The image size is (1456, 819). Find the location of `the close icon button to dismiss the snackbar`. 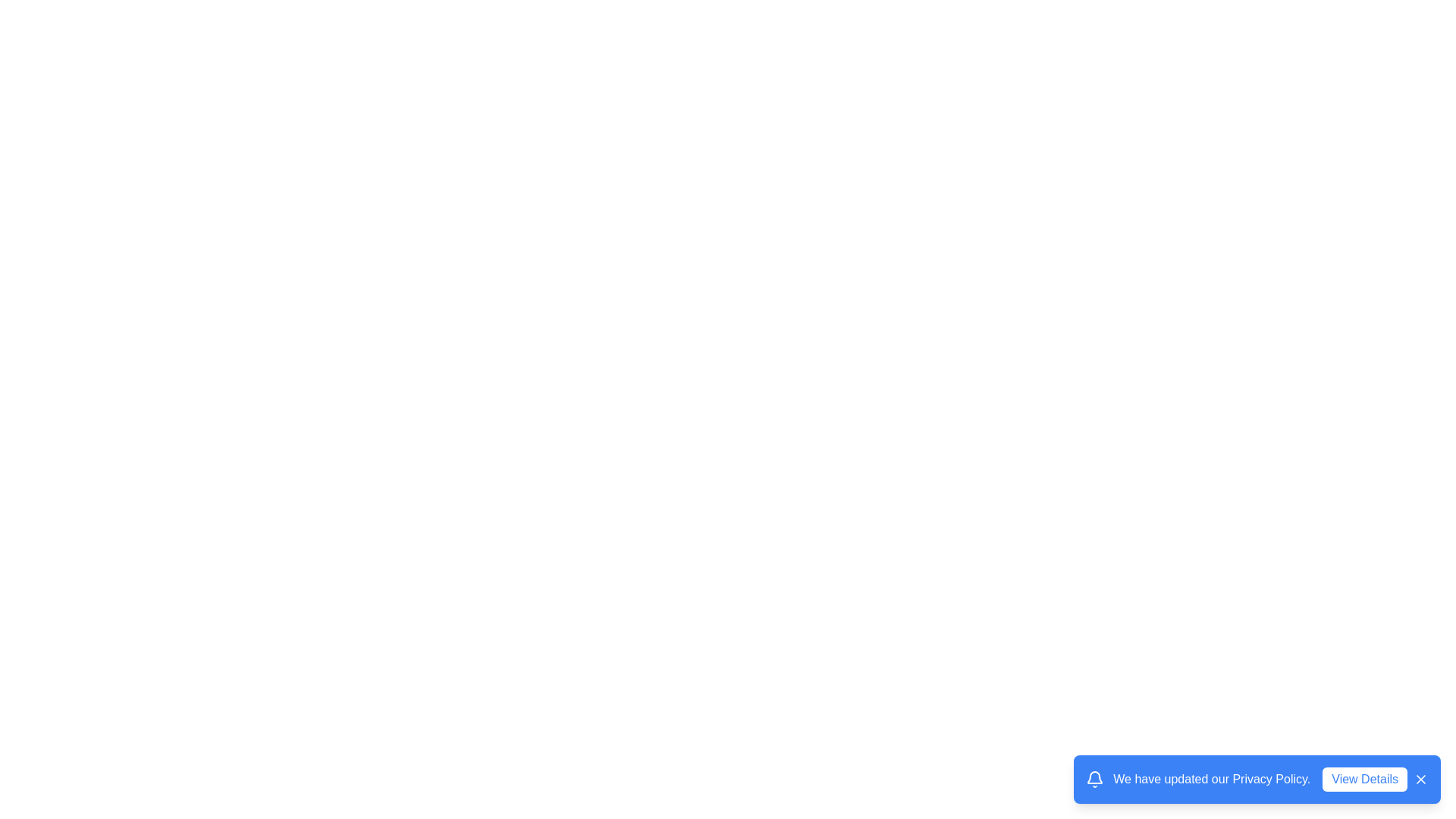

the close icon button to dismiss the snackbar is located at coordinates (1420, 780).